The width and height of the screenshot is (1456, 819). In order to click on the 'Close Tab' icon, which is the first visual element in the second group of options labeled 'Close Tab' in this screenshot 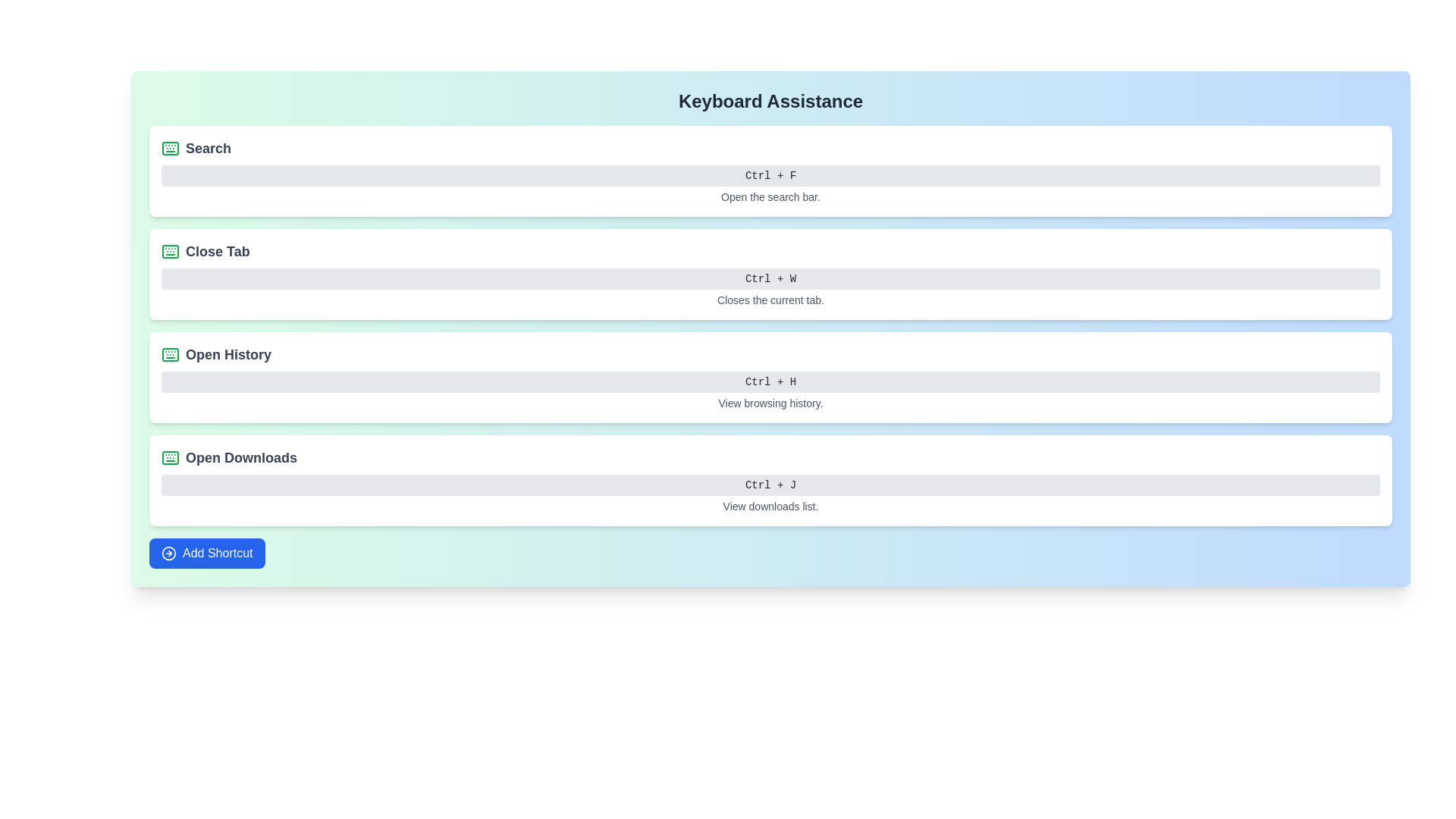, I will do `click(171, 250)`.